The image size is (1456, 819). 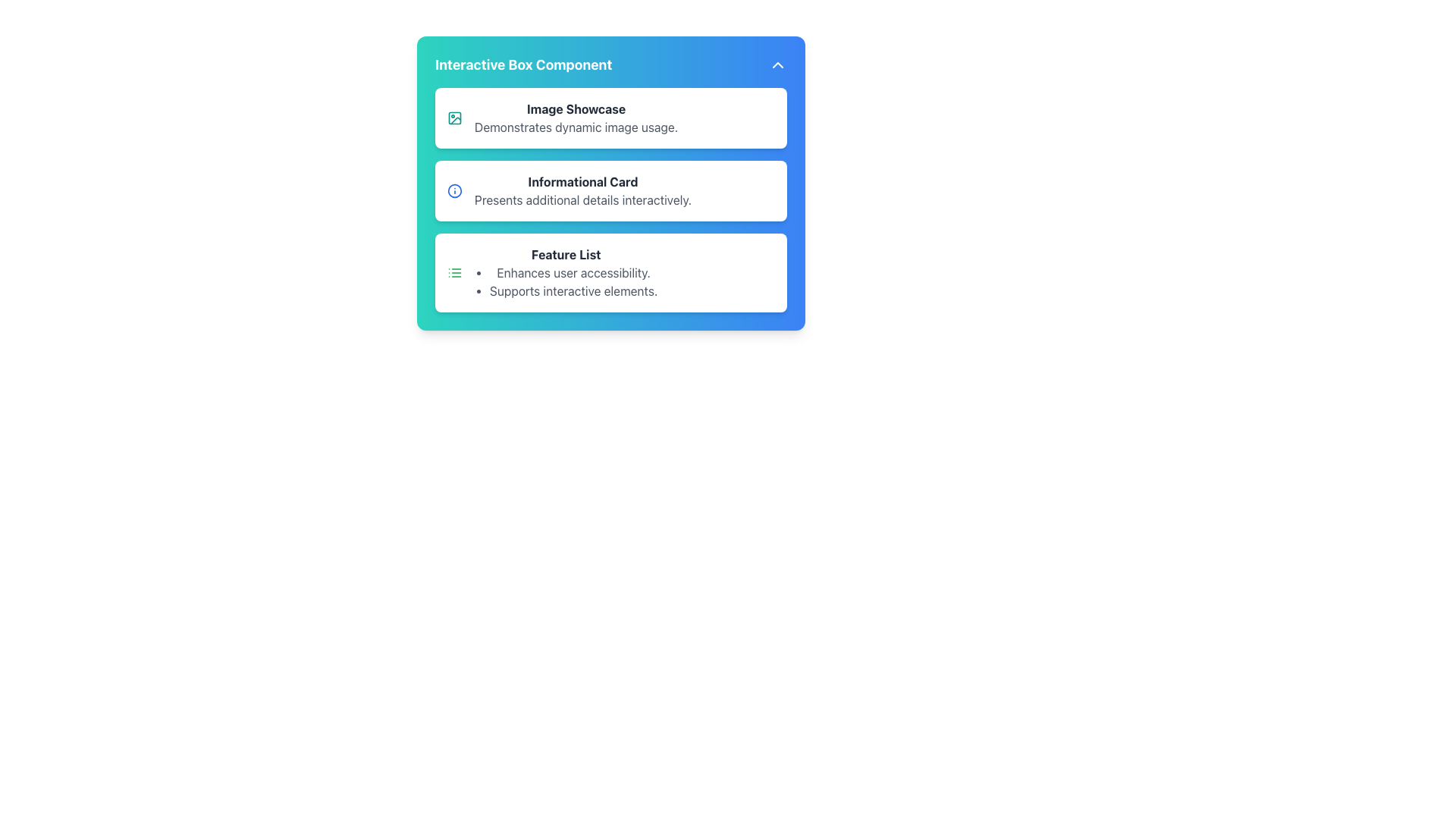 I want to click on the static text reading 'Presents additional details interactively' located directly below the title 'Informational Card' in the 'Interactive Box Component', so click(x=582, y=199).